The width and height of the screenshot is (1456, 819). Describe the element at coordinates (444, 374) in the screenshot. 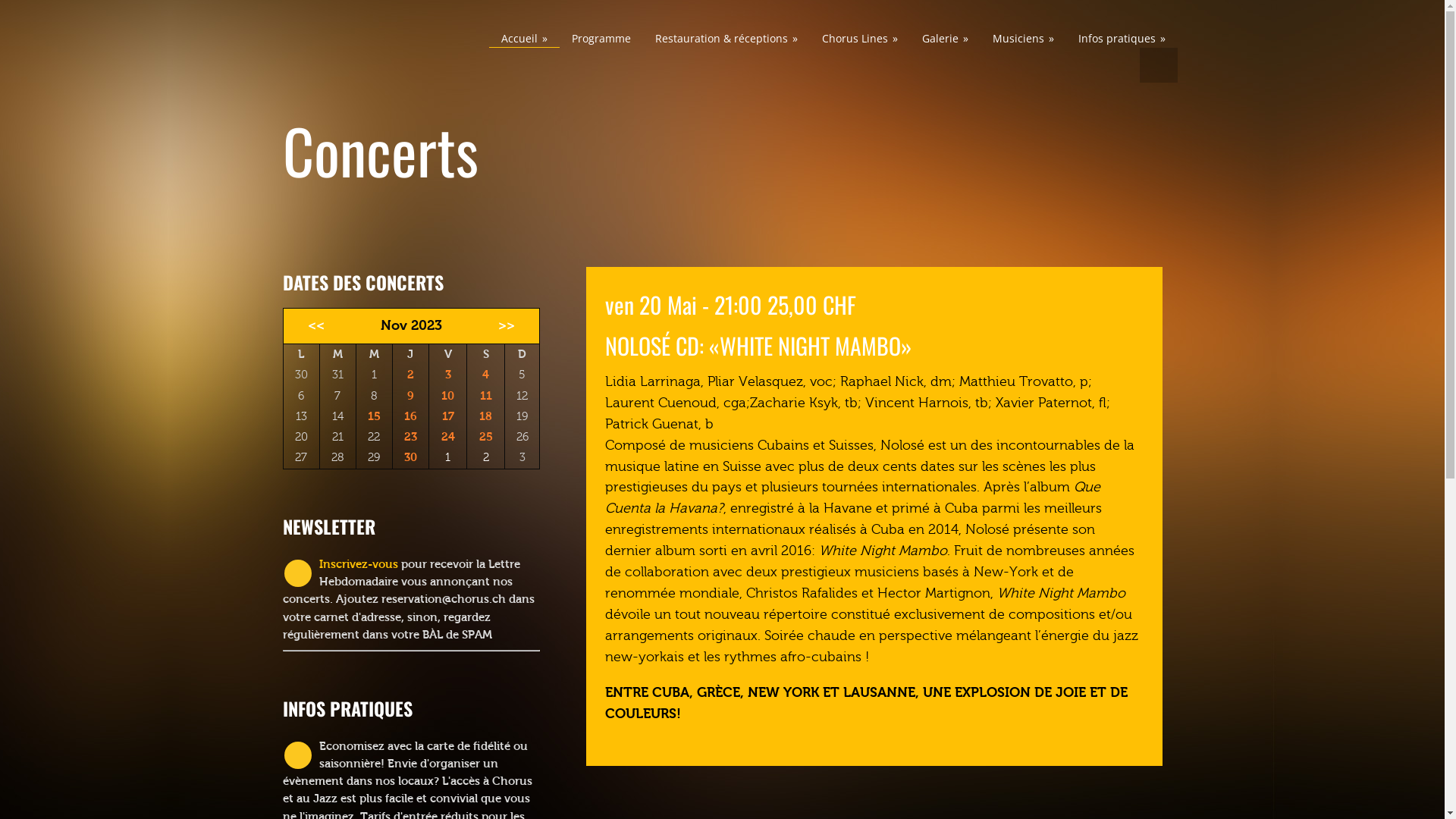

I see `'3'` at that location.